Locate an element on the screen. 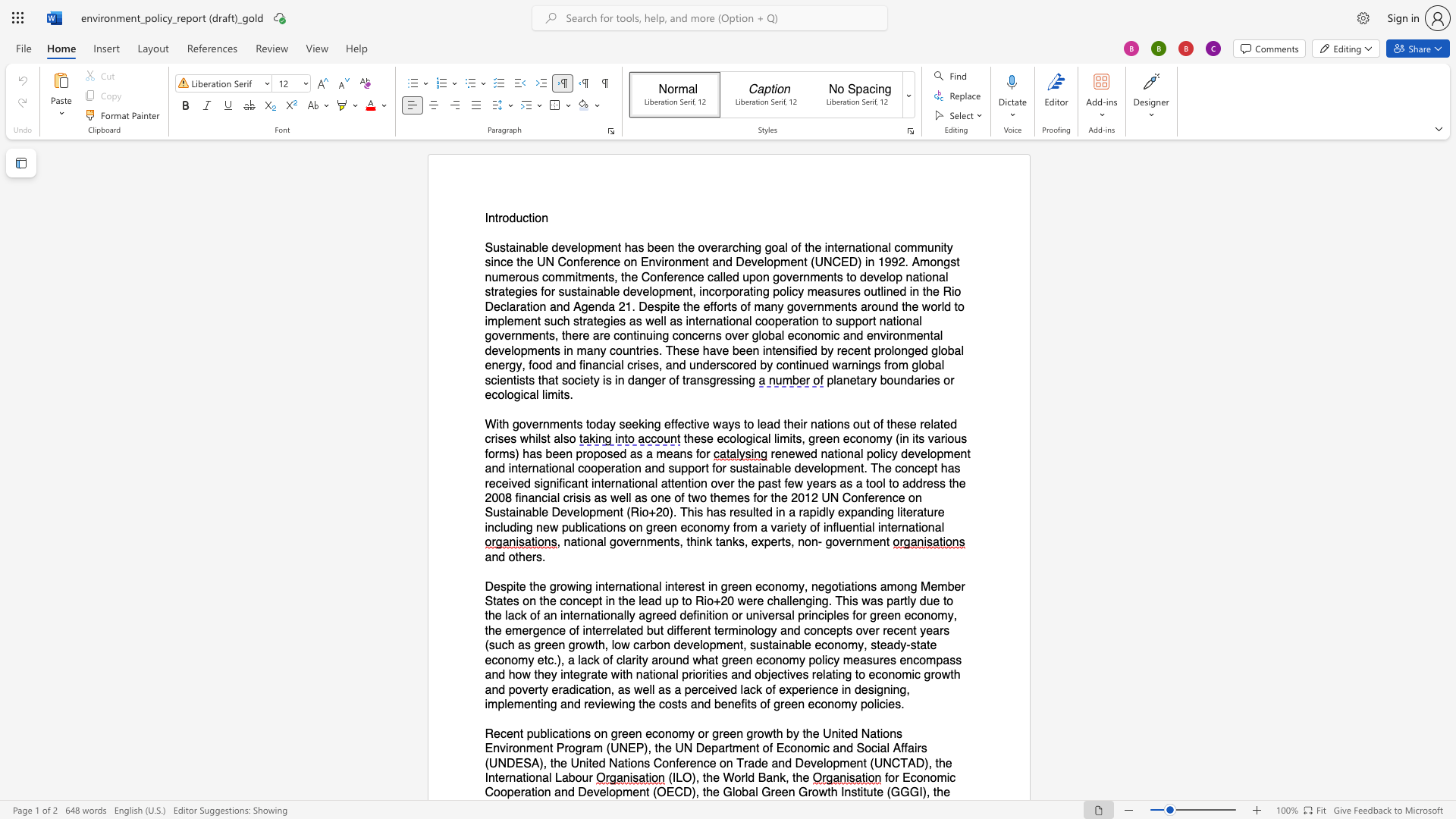 The height and width of the screenshot is (819, 1456). the 5th character "a" in the text is located at coordinates (781, 246).